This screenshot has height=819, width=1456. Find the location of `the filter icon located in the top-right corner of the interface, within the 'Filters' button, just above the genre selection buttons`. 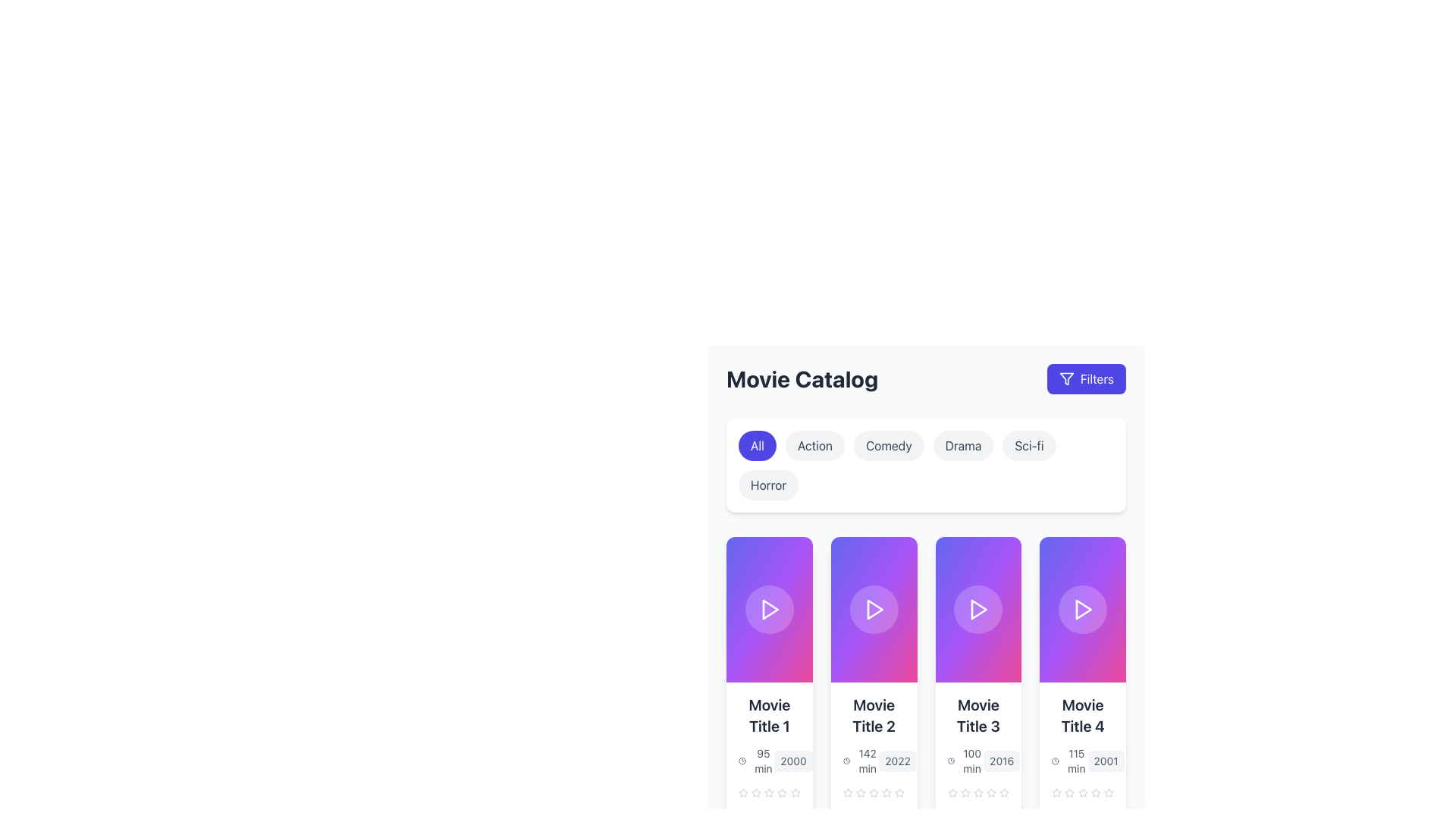

the filter icon located in the top-right corner of the interface, within the 'Filters' button, just above the genre selection buttons is located at coordinates (1065, 378).